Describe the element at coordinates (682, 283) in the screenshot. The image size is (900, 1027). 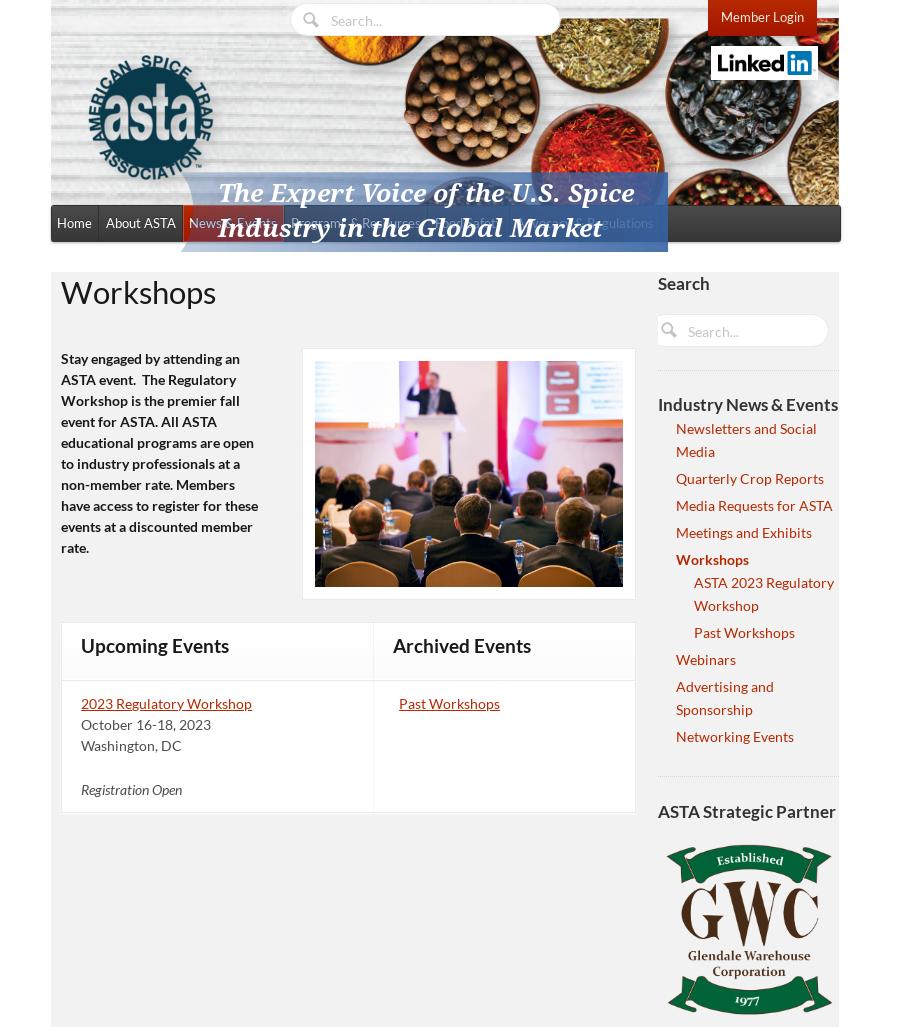
I see `'Search'` at that location.